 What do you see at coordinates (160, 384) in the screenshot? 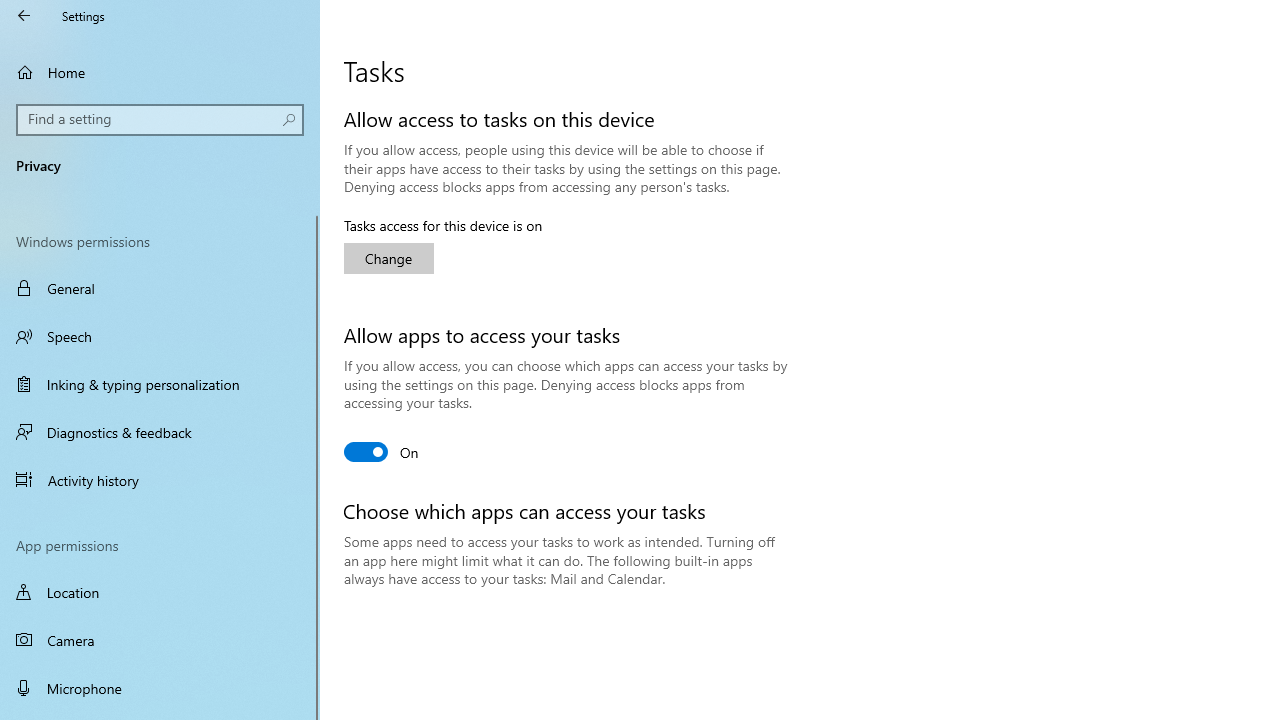
I see `'Inking & typing personalization'` at bounding box center [160, 384].